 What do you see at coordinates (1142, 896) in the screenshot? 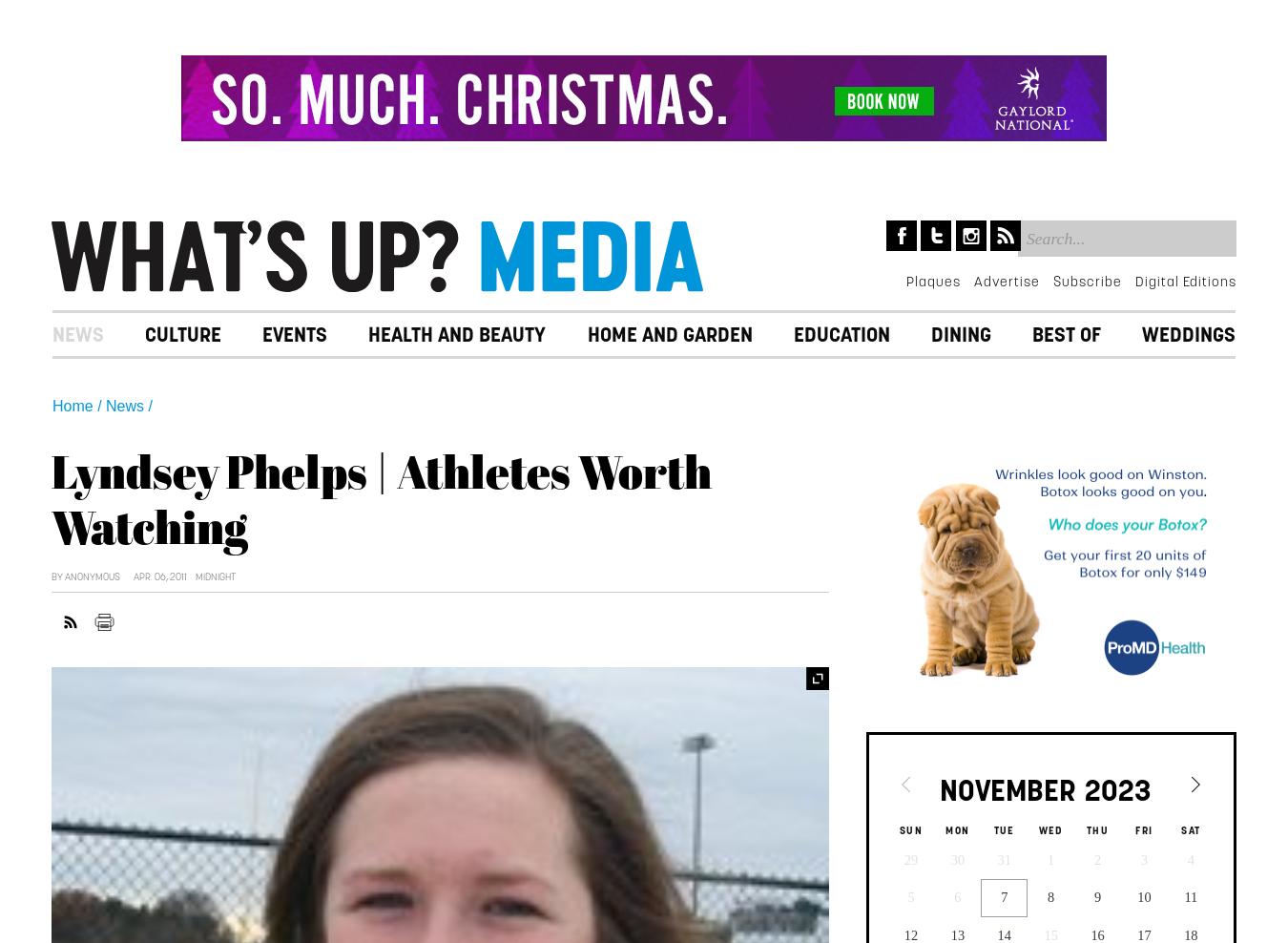
I see `'10'` at bounding box center [1142, 896].